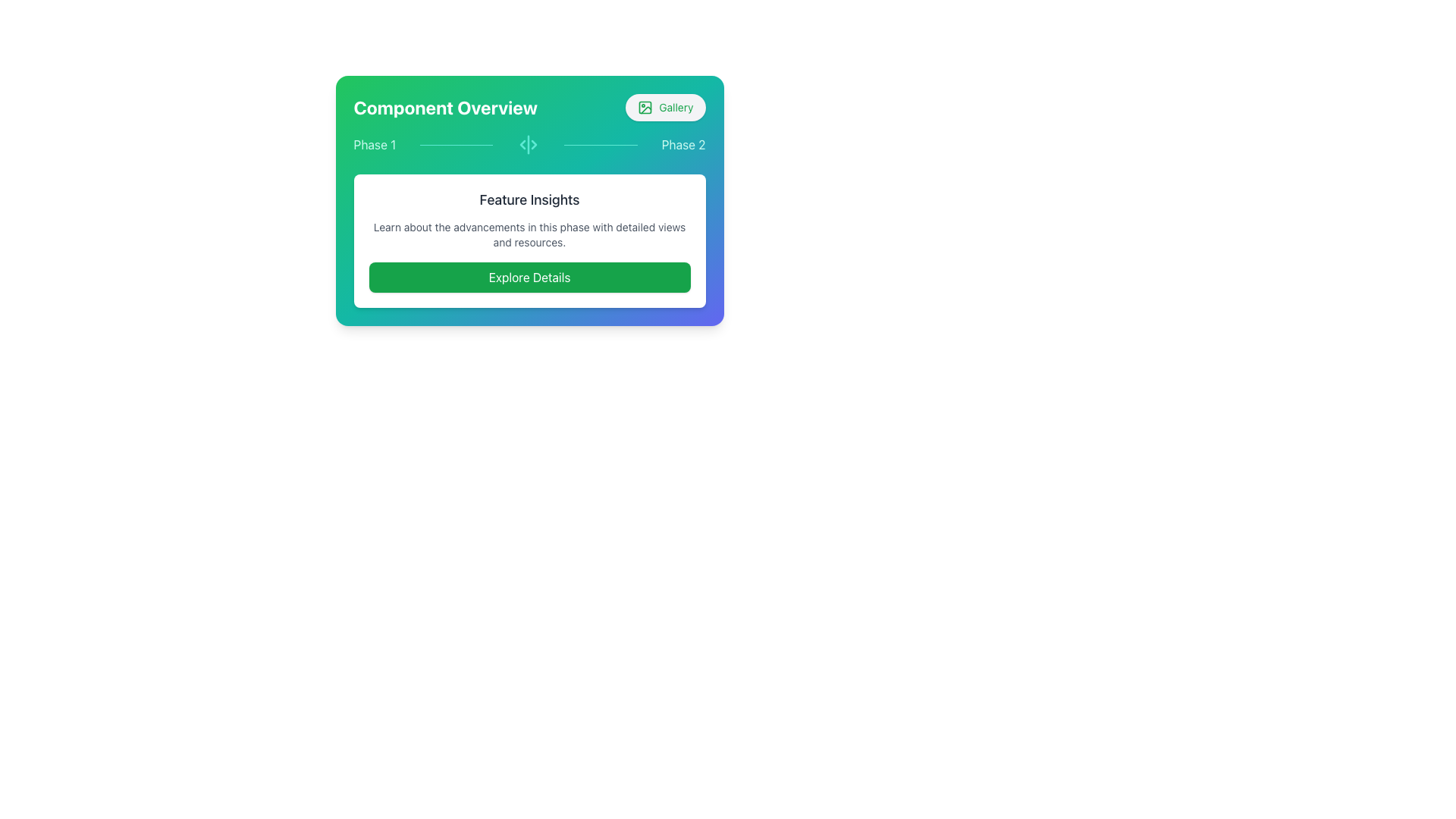  What do you see at coordinates (600, 145) in the screenshot?
I see `the second horizontal Divider Line located between the 'Phase 1' and 'Phase 2' labels in the 'Component Overview' section` at bounding box center [600, 145].